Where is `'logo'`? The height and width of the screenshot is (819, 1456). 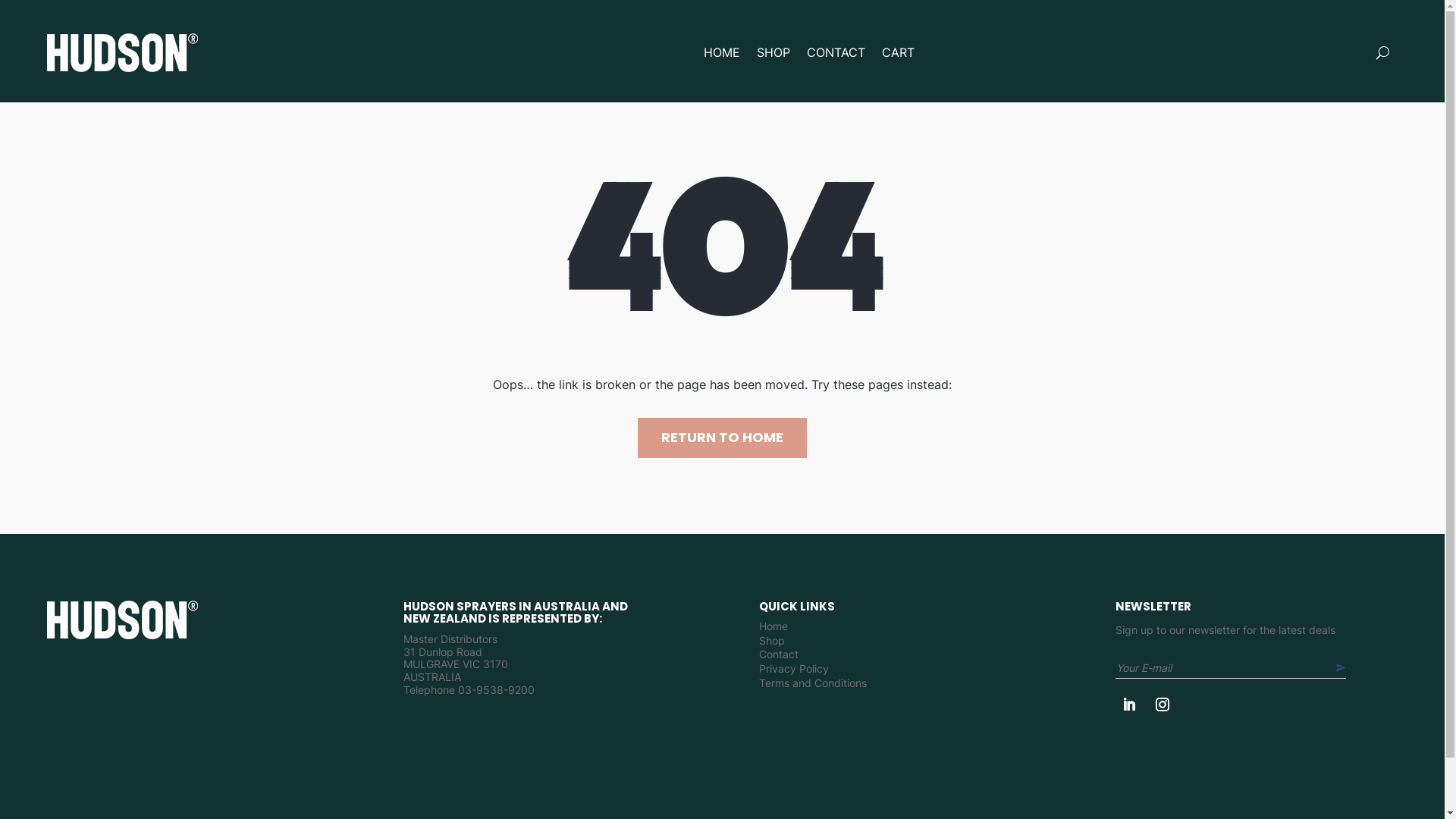
'logo' is located at coordinates (122, 620).